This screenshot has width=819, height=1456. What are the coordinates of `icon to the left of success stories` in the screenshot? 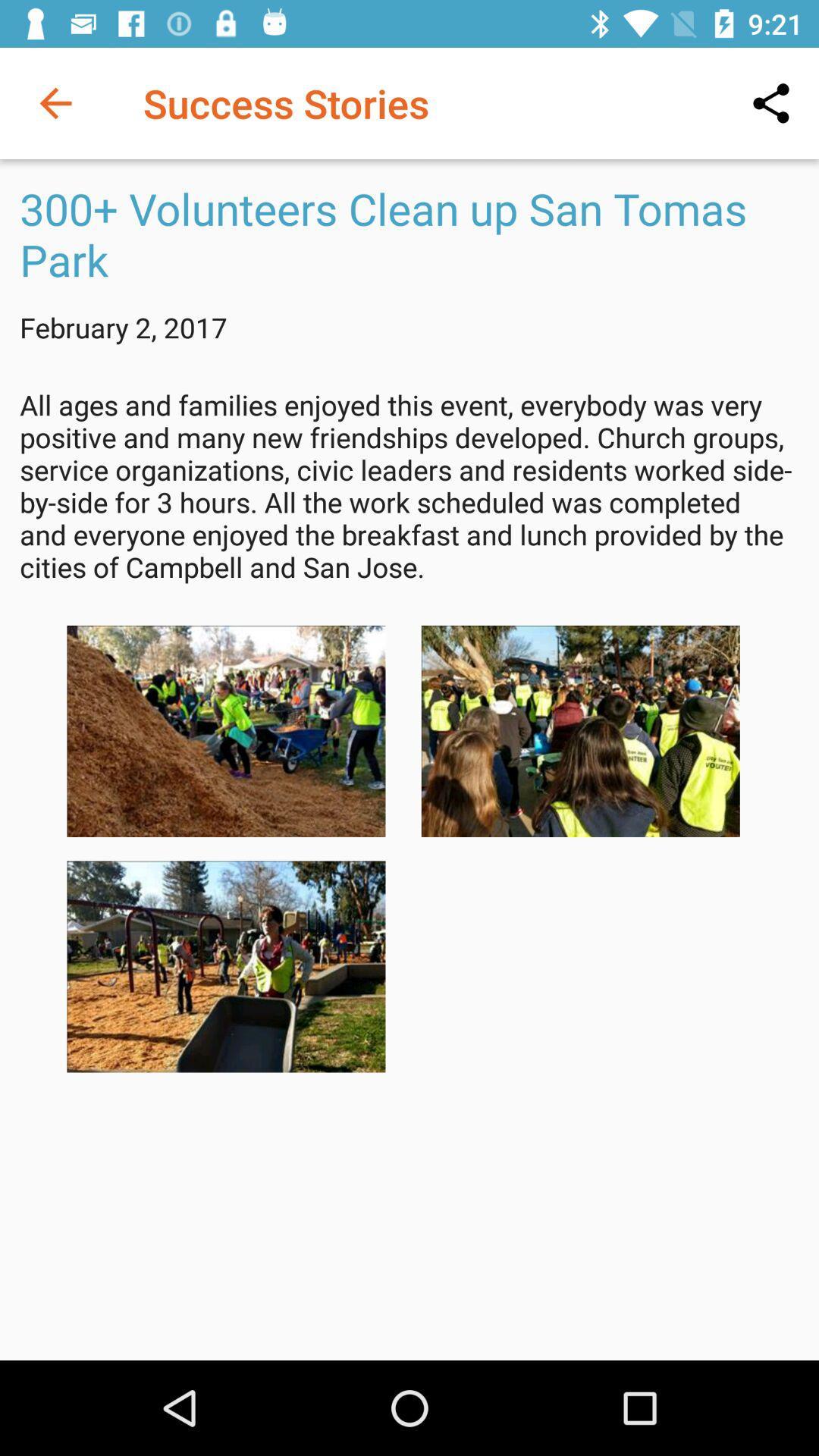 It's located at (55, 102).